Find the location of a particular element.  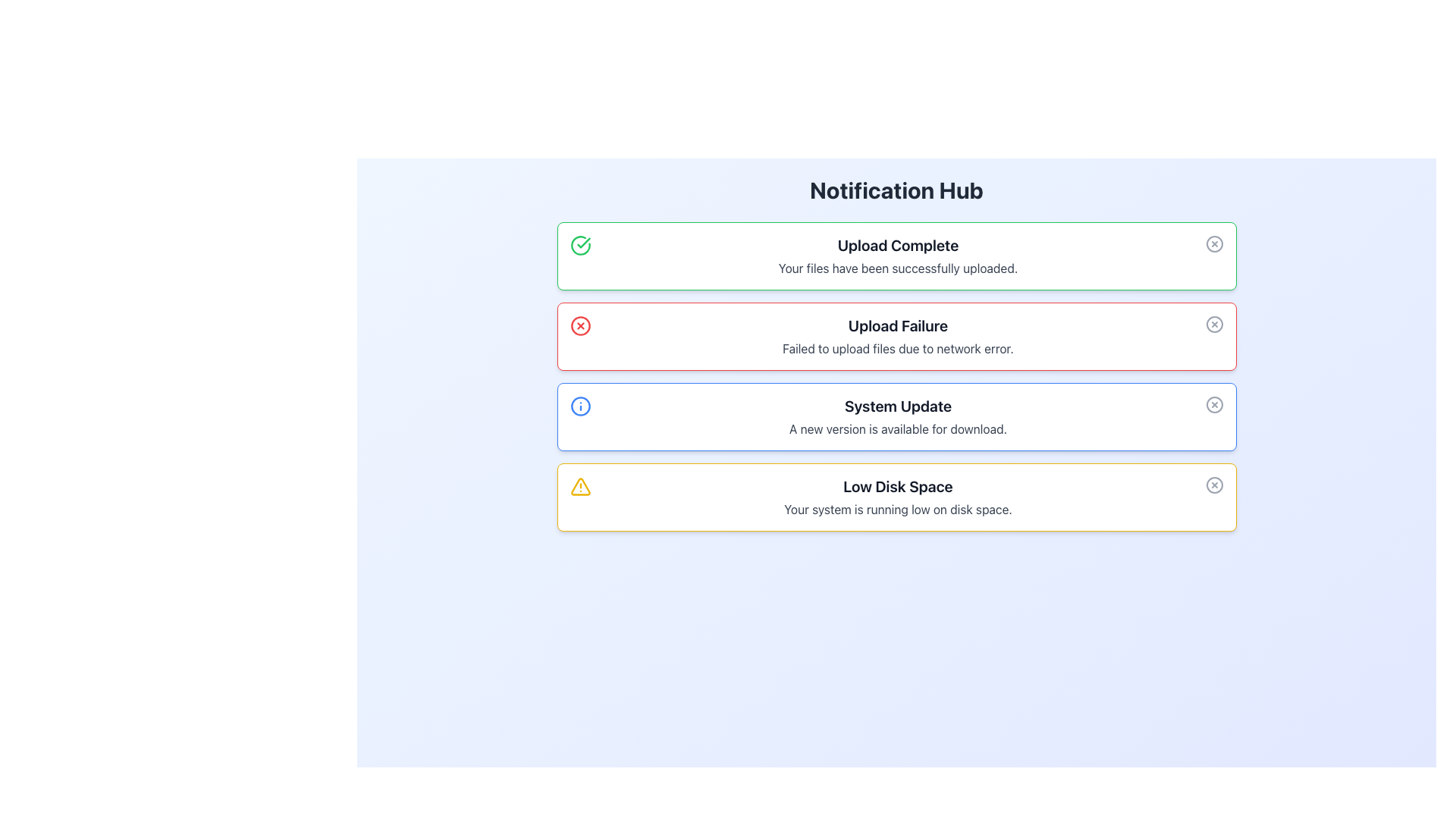

the decorative circle at the center of the blue system update icon in the third notification row of the vertical list is located at coordinates (579, 406).